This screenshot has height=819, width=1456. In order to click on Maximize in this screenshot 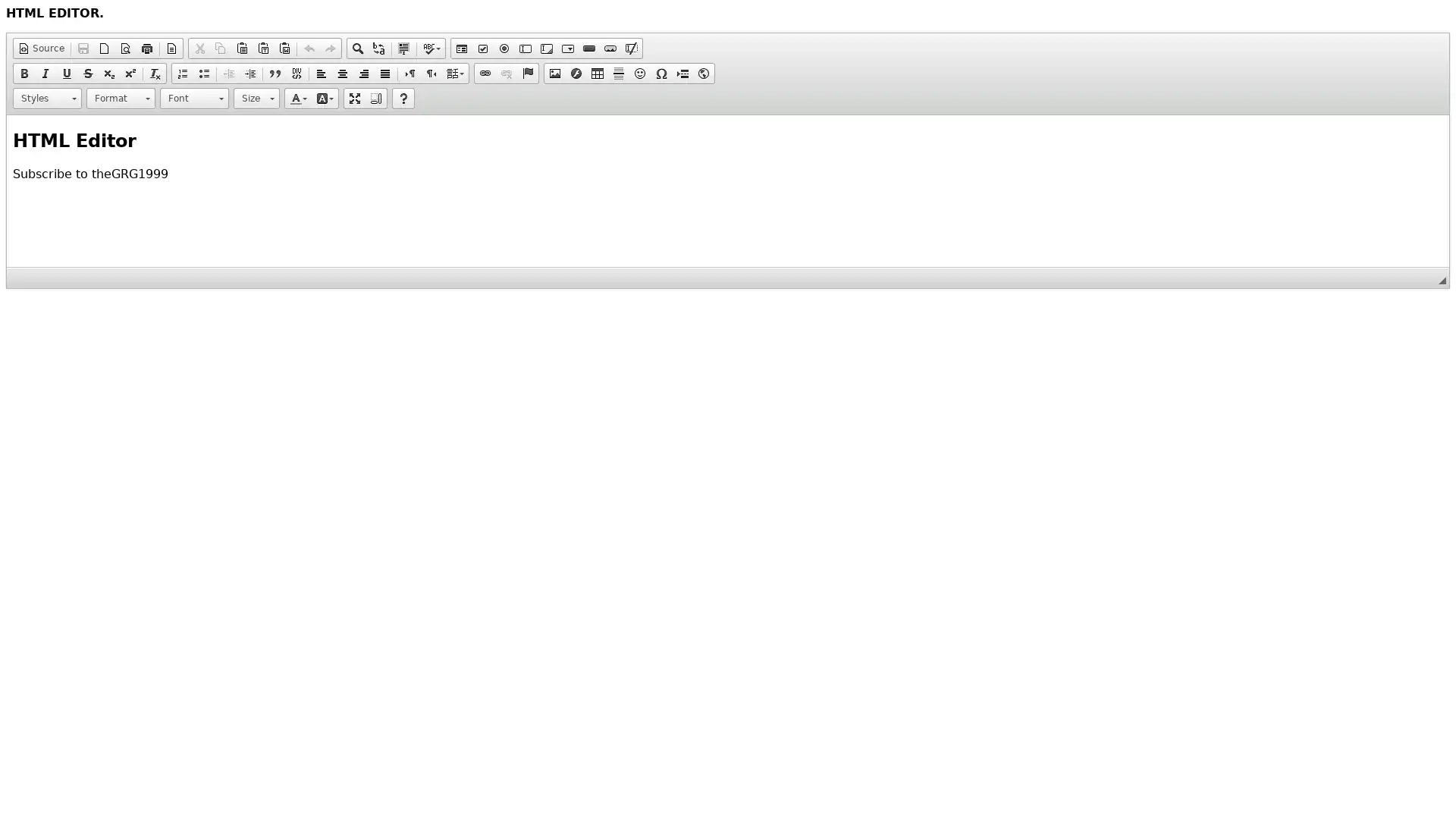, I will do `click(353, 99)`.